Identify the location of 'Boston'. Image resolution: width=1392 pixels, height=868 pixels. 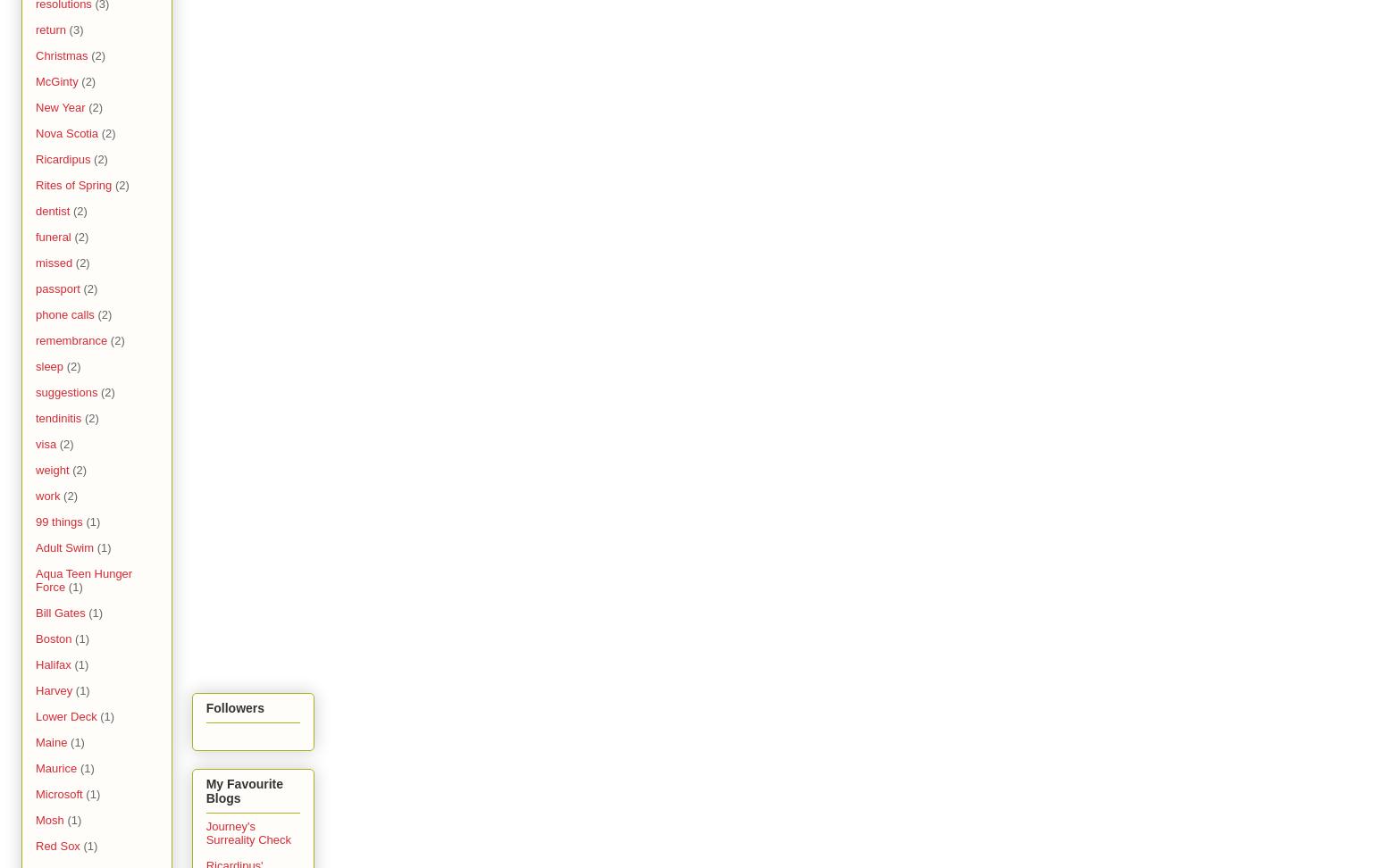
(36, 638).